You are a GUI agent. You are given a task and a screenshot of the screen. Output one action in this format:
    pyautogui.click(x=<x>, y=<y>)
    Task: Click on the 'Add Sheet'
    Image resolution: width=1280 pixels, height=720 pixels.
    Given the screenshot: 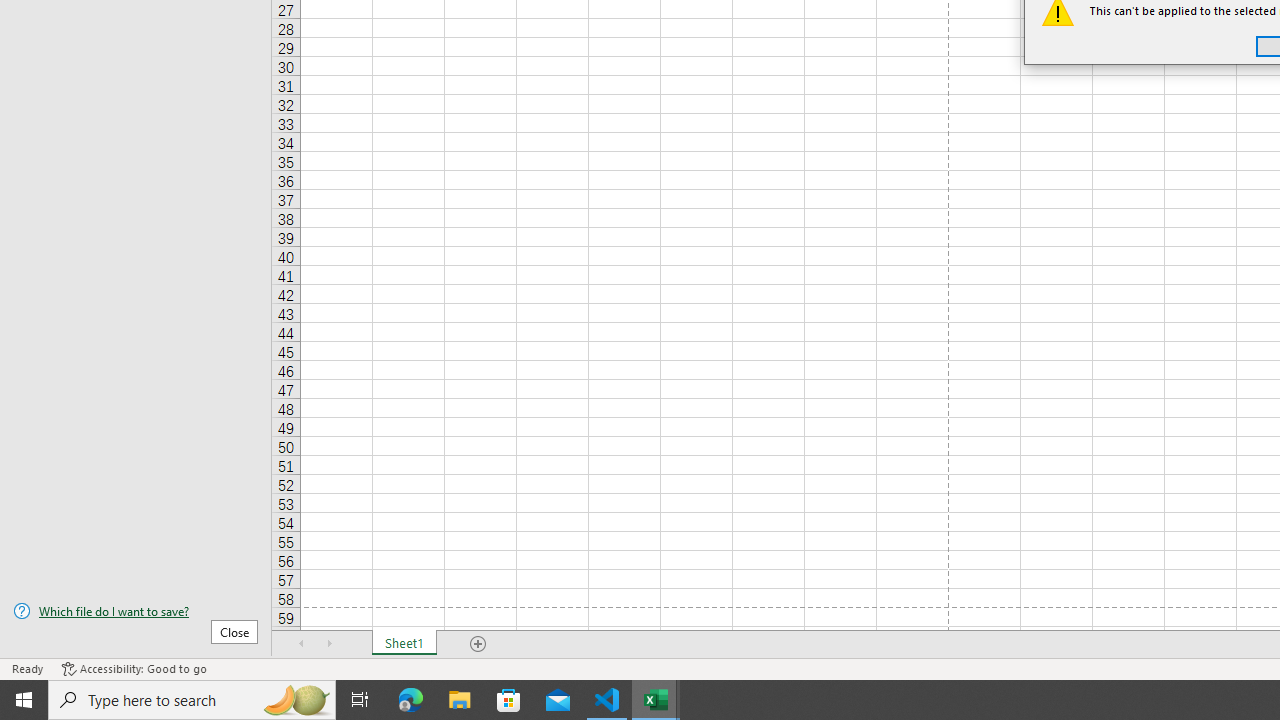 What is the action you would take?
    pyautogui.click(x=477, y=644)
    